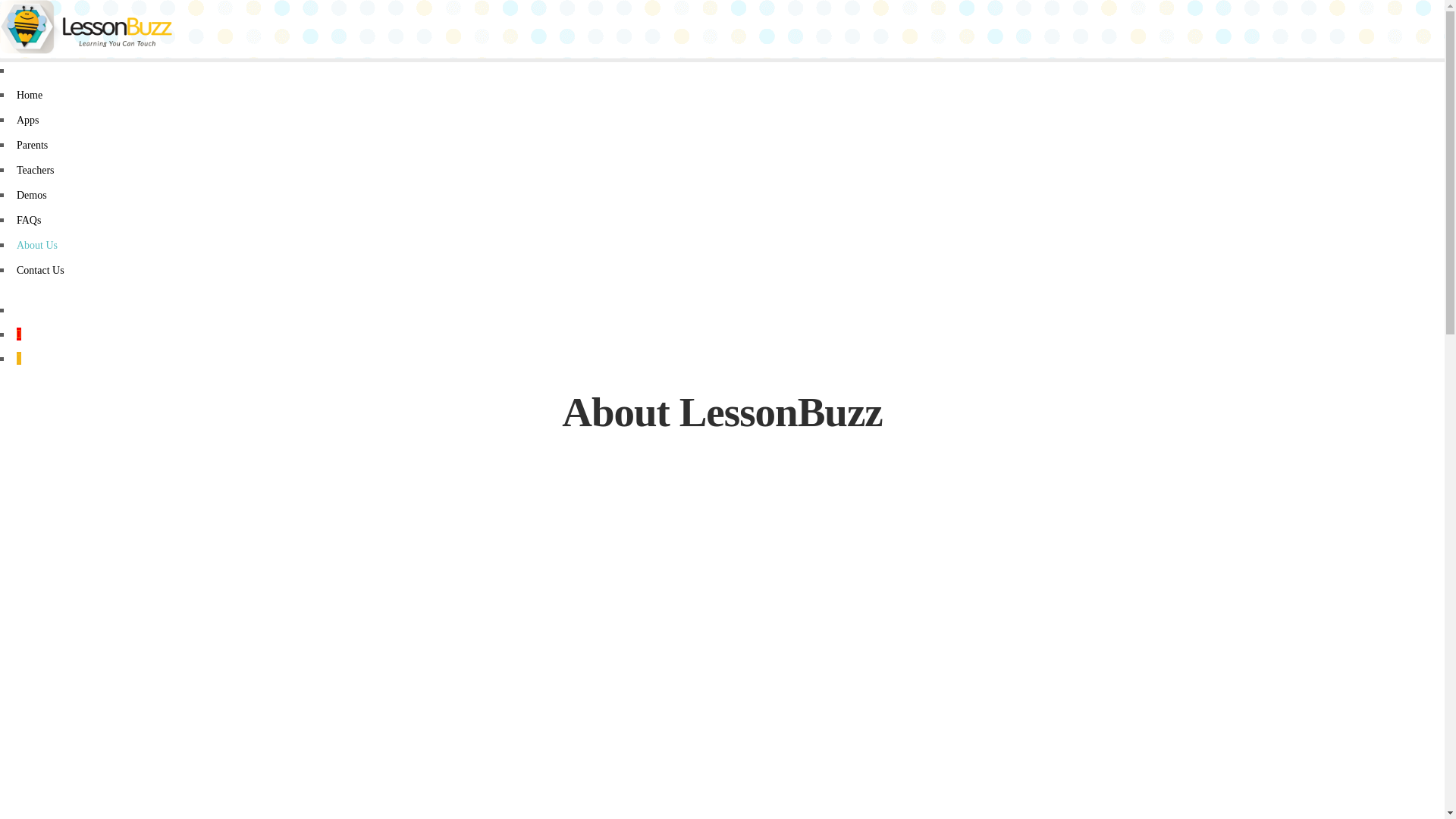 This screenshot has width=1456, height=819. I want to click on 'Apps', so click(28, 119).